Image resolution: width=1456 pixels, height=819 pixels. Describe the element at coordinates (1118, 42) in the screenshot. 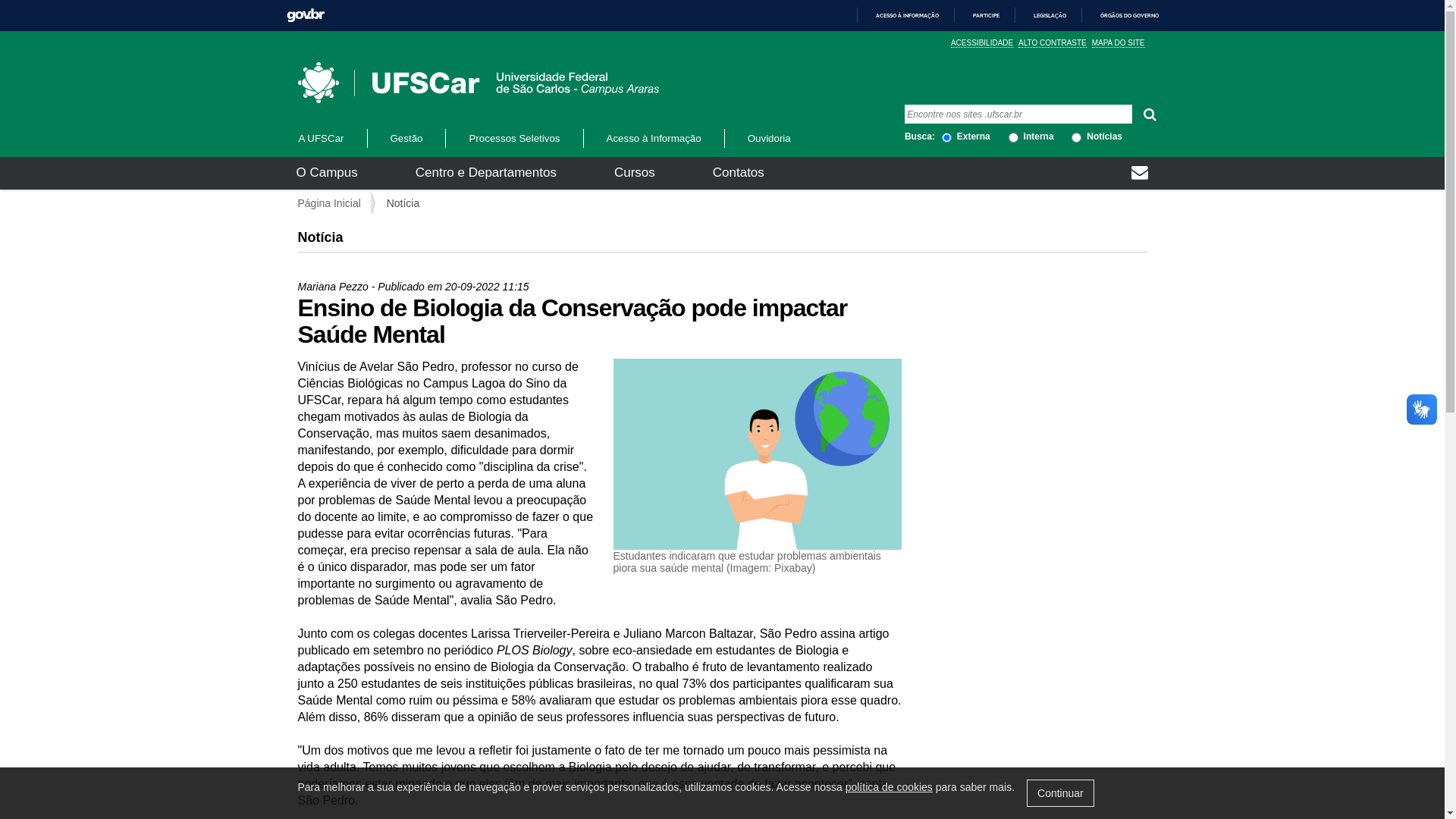

I see `'MAPA DO SITE'` at that location.